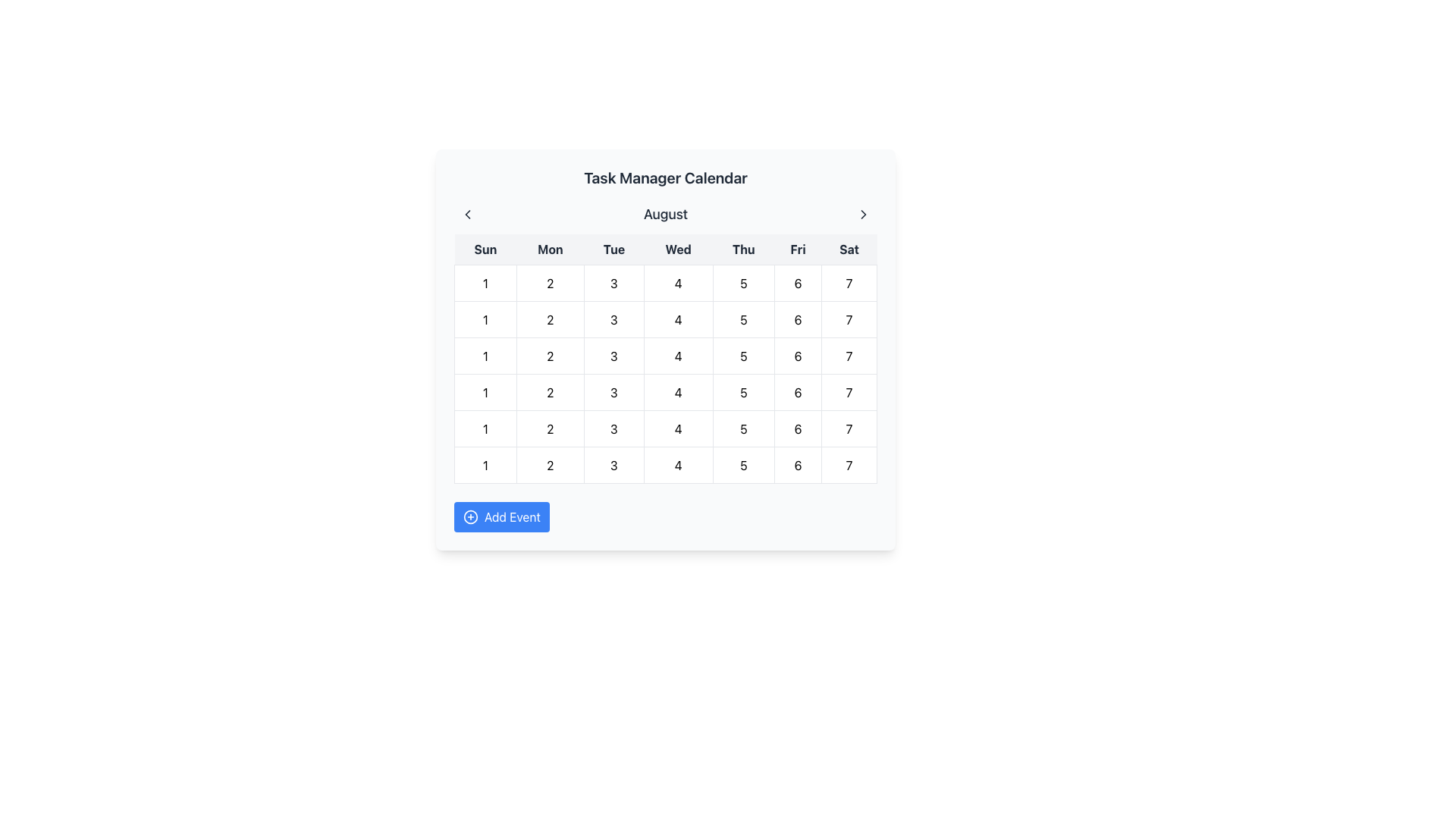 The image size is (1456, 819). What do you see at coordinates (666, 214) in the screenshot?
I see `the text label displaying the current month ('August') at the top of the calendar component` at bounding box center [666, 214].